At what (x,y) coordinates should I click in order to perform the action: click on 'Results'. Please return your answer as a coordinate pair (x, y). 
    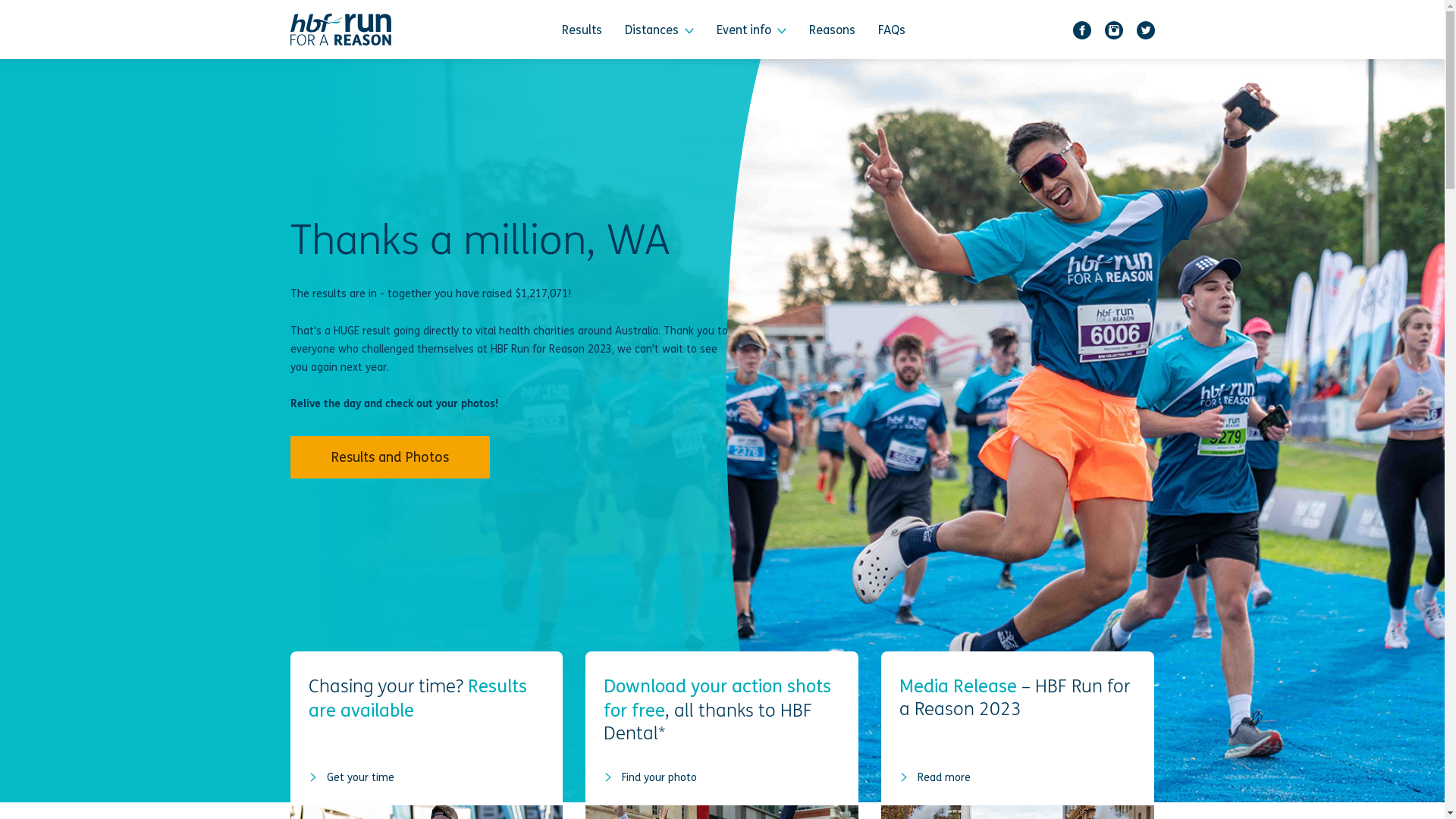
    Looking at the image, I should click on (581, 29).